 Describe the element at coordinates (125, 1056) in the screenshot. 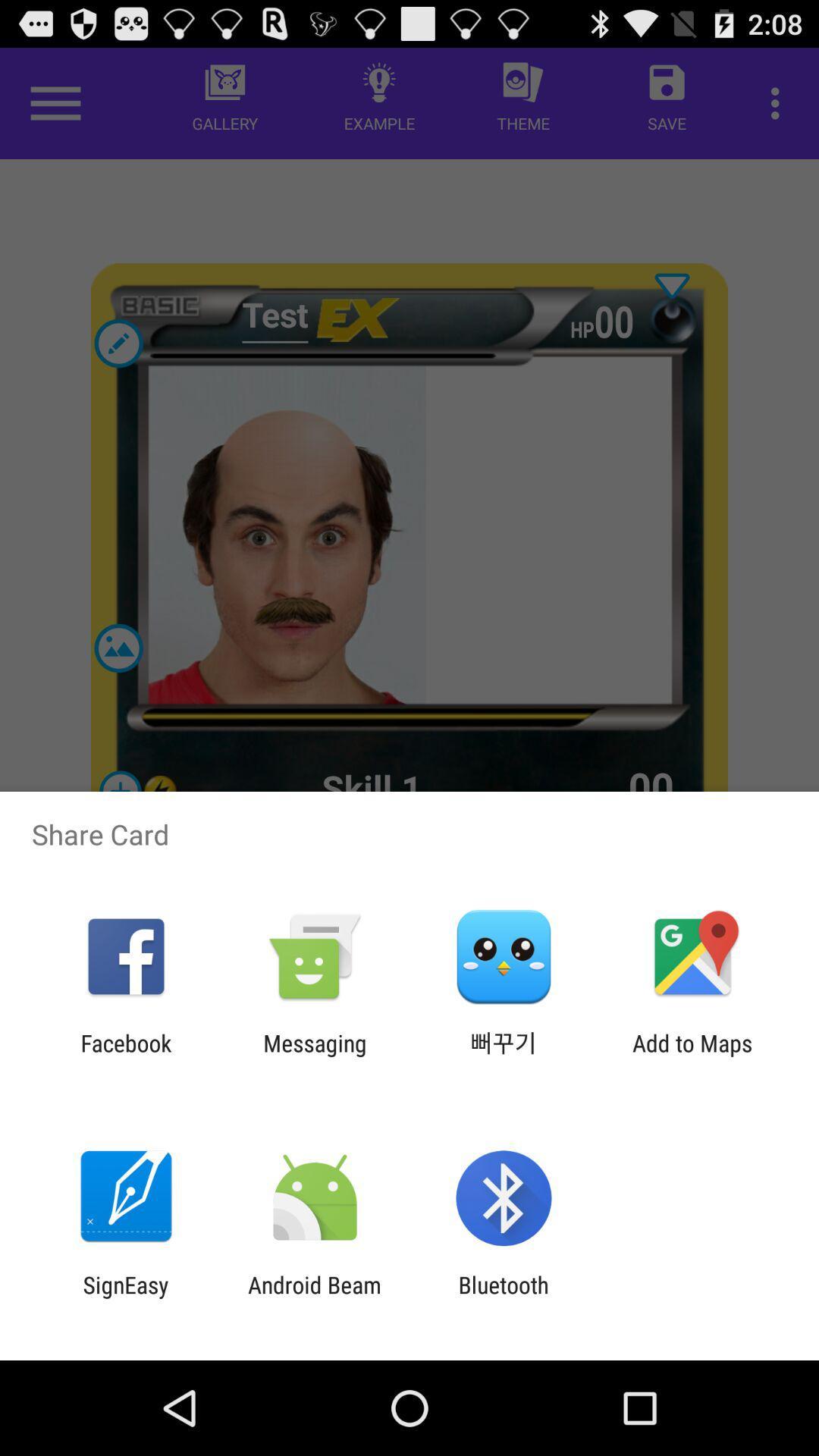

I see `facebook` at that location.